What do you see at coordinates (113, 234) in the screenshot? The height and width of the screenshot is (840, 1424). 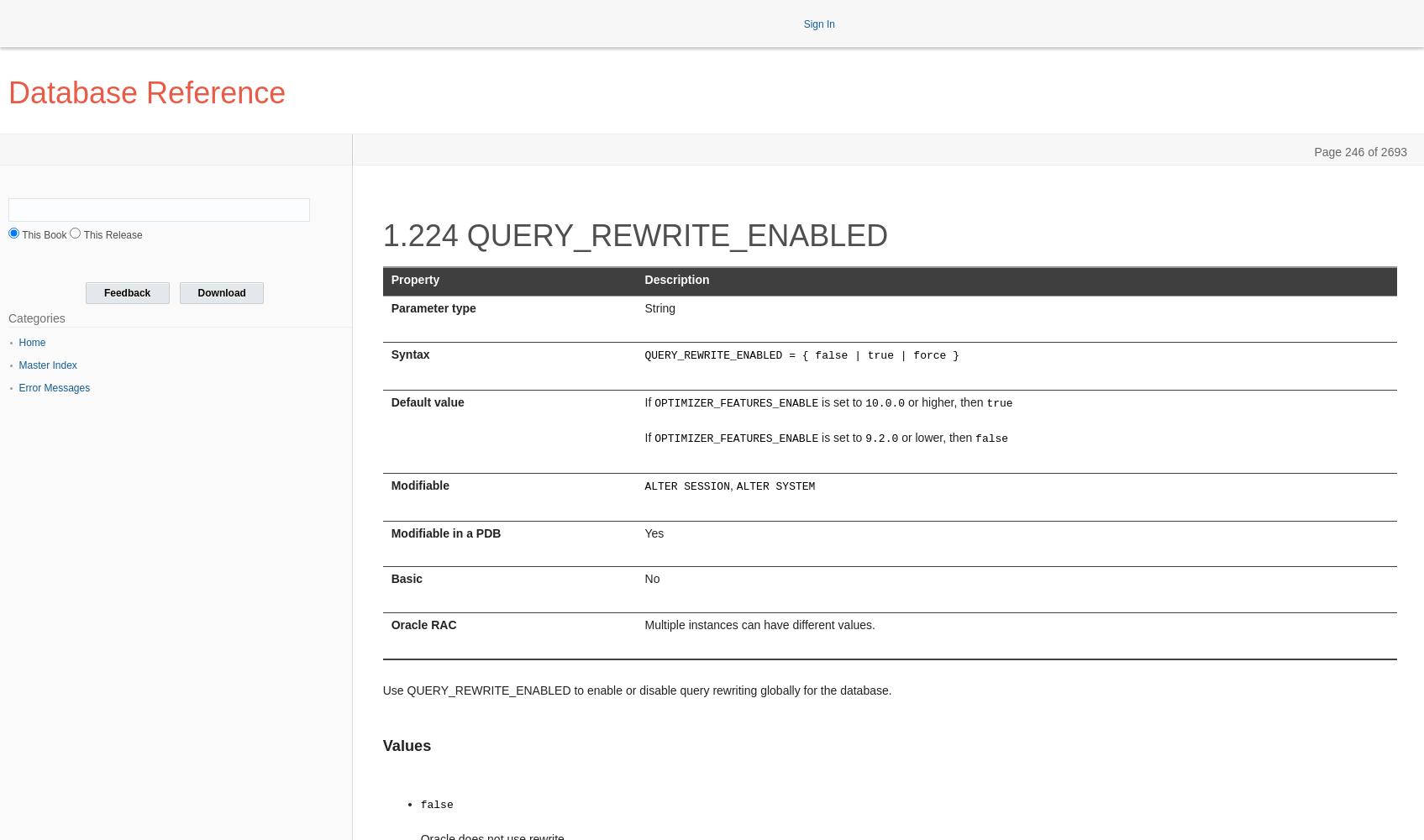 I see `'This Release'` at bounding box center [113, 234].